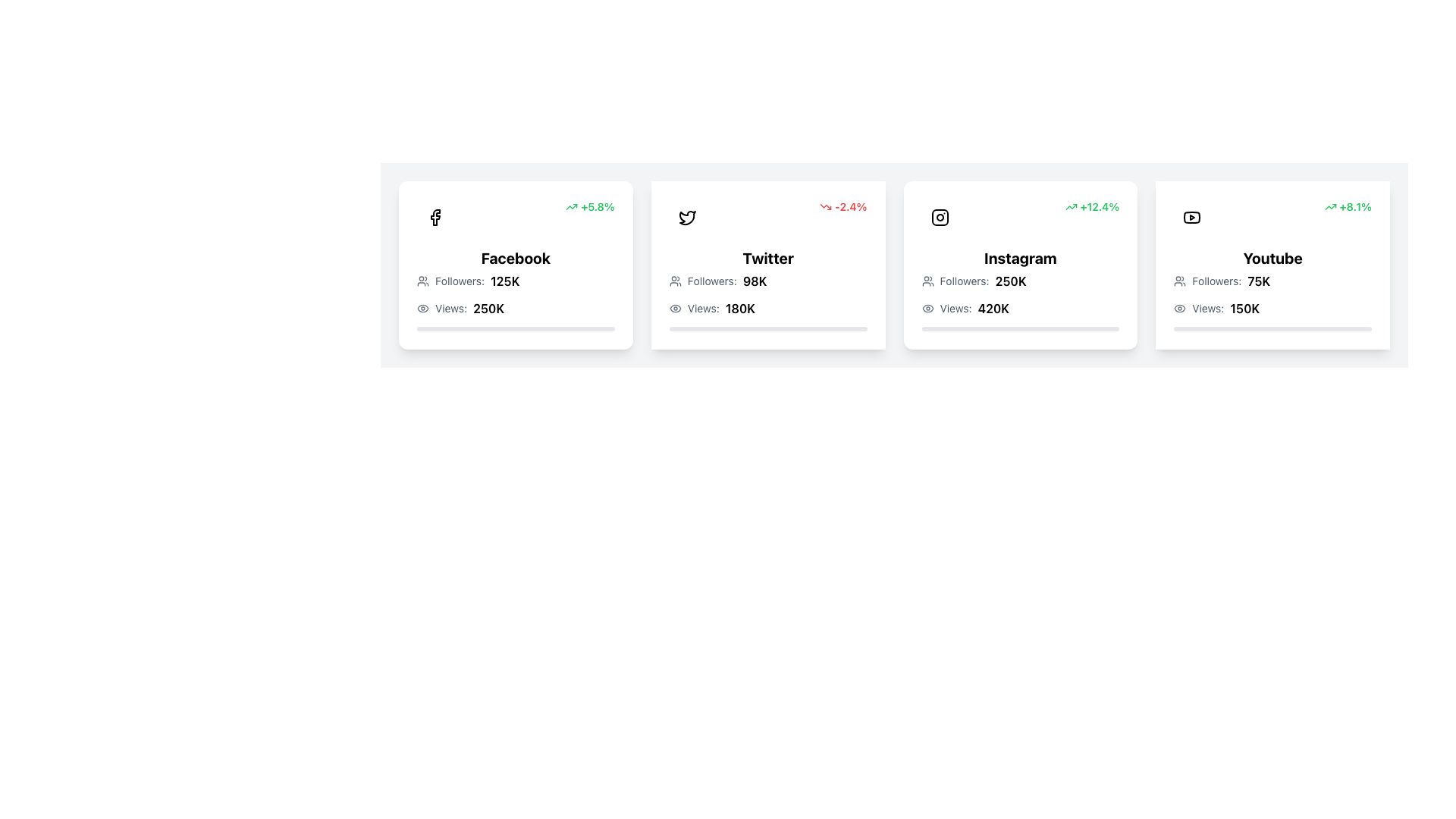  What do you see at coordinates (1259, 281) in the screenshot?
I see `the text display showing '75K' which indicates follower count in bold font, positioned after 'Followers:' in the YouTube card` at bounding box center [1259, 281].